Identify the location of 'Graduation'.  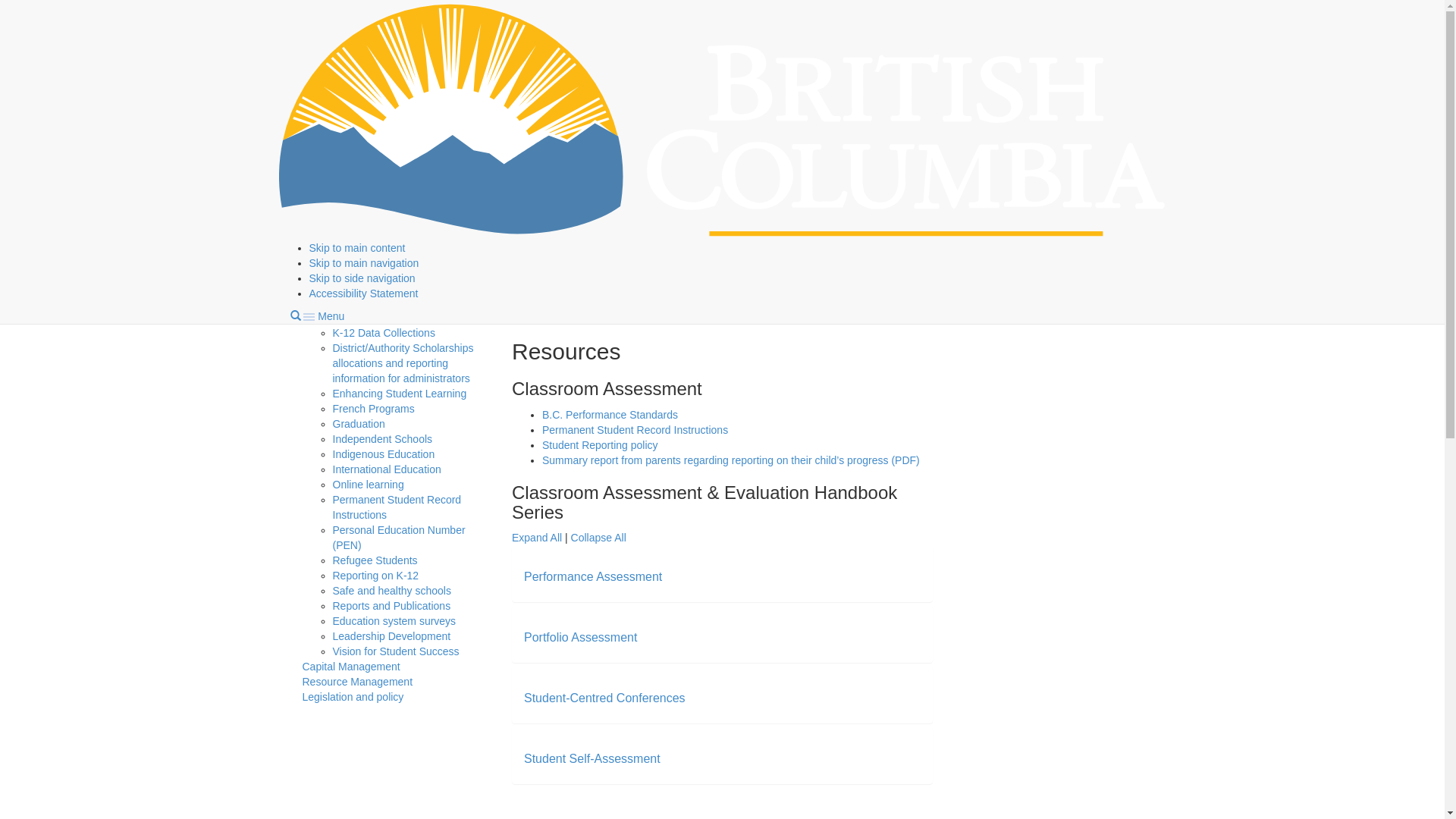
(331, 424).